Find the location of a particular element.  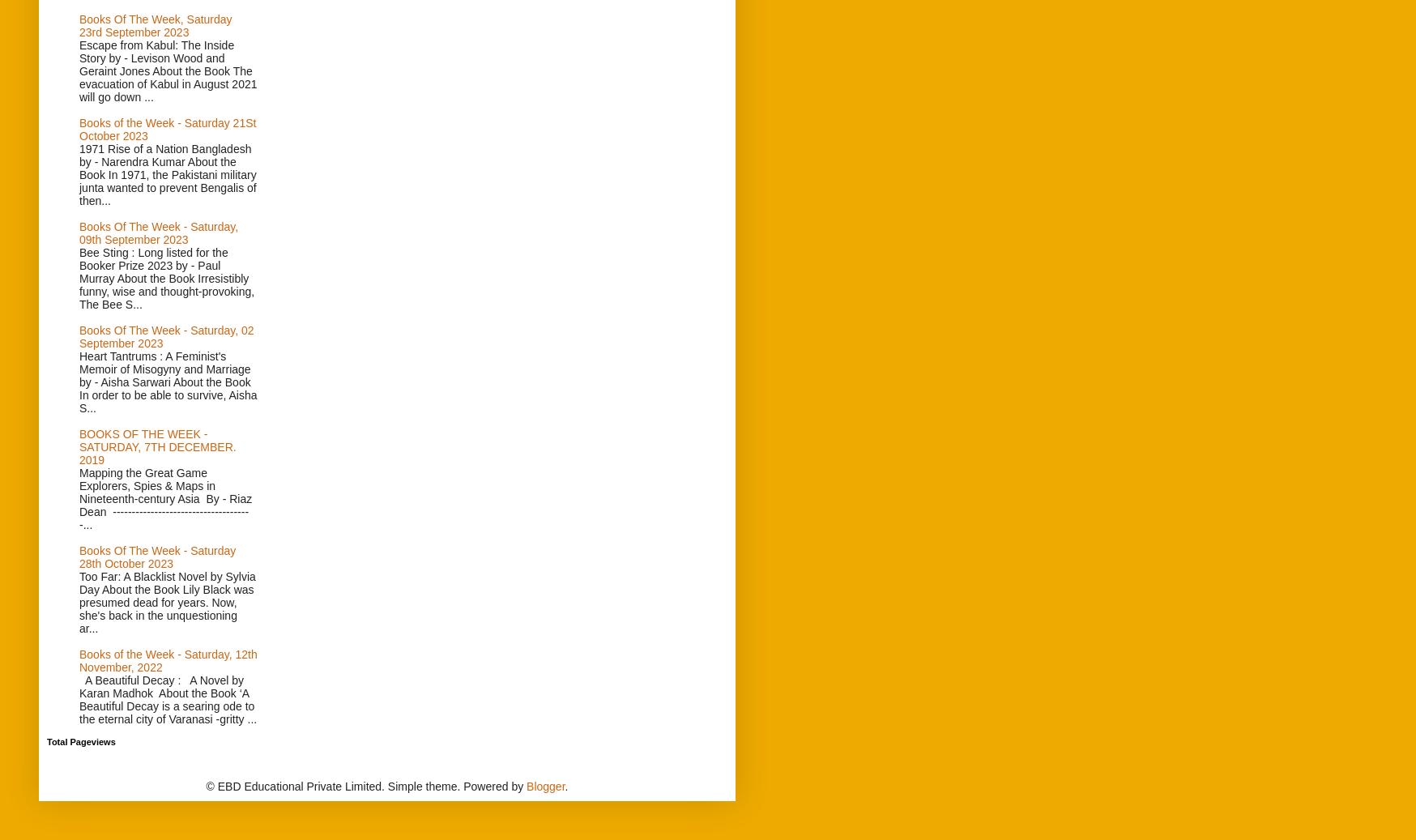

'Blogger' is located at coordinates (545, 787).